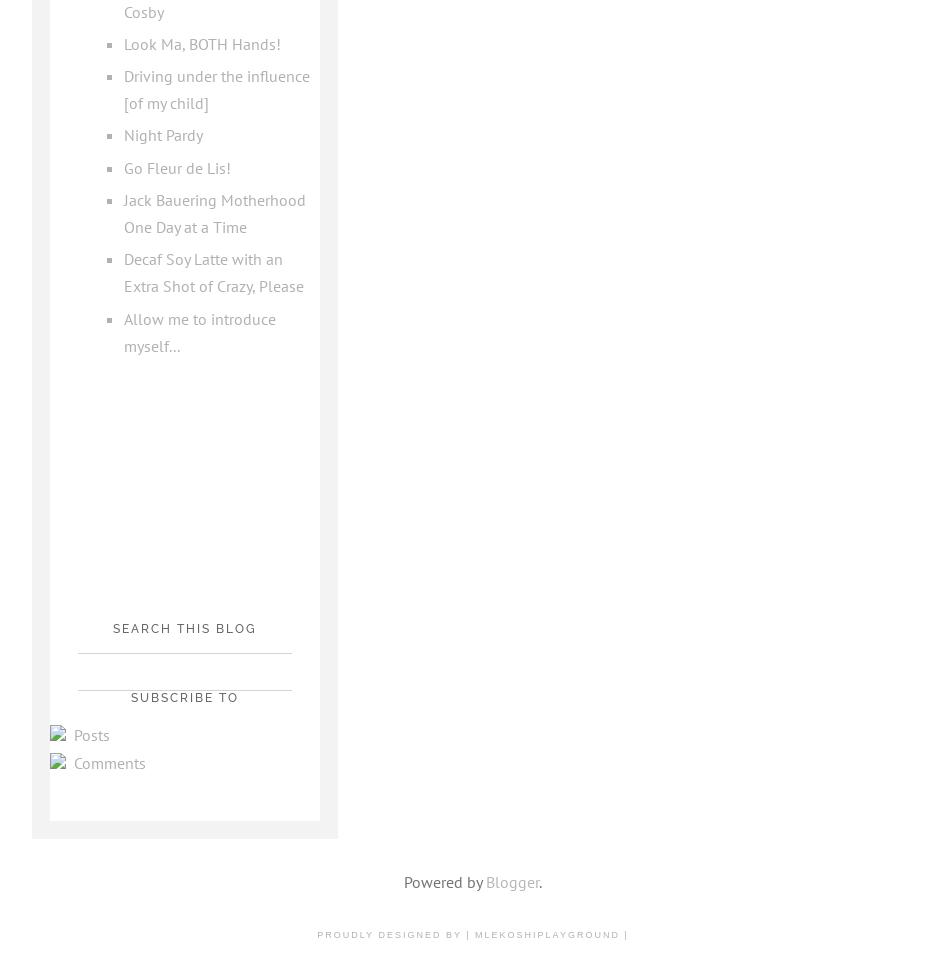  I want to click on 'Powered by', so click(403, 879).